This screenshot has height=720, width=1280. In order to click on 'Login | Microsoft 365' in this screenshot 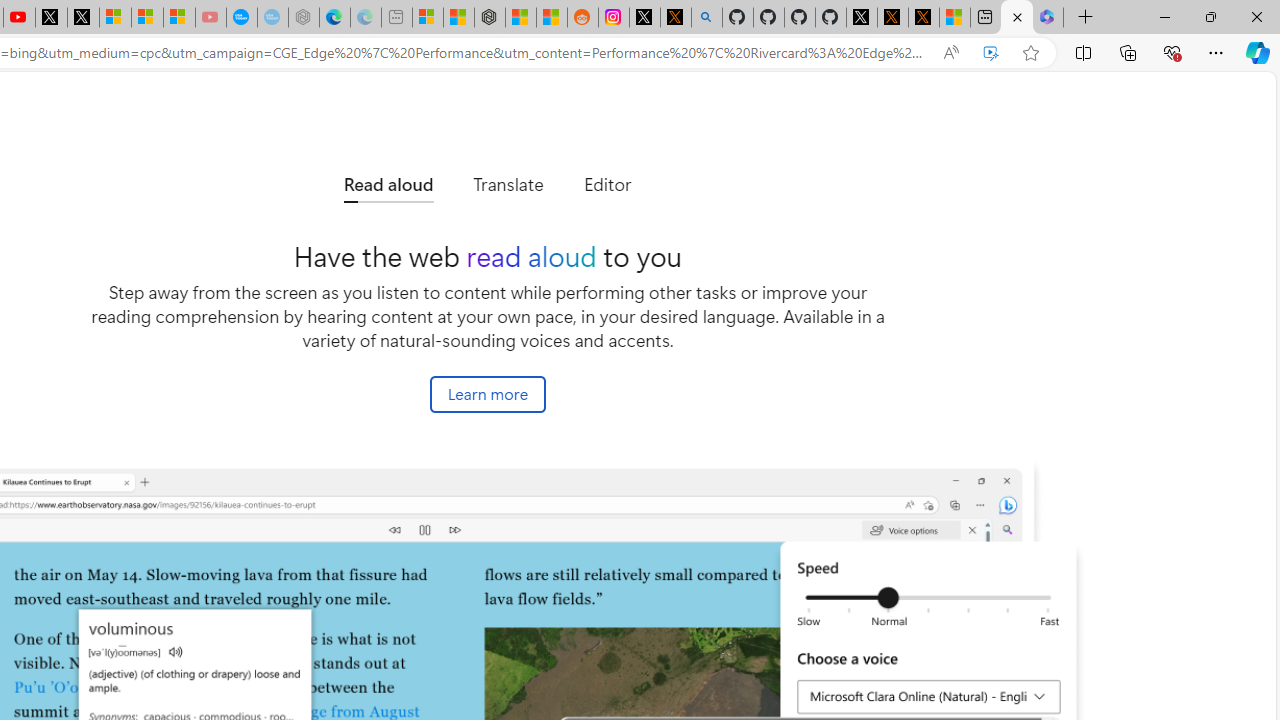, I will do `click(1047, 17)`.